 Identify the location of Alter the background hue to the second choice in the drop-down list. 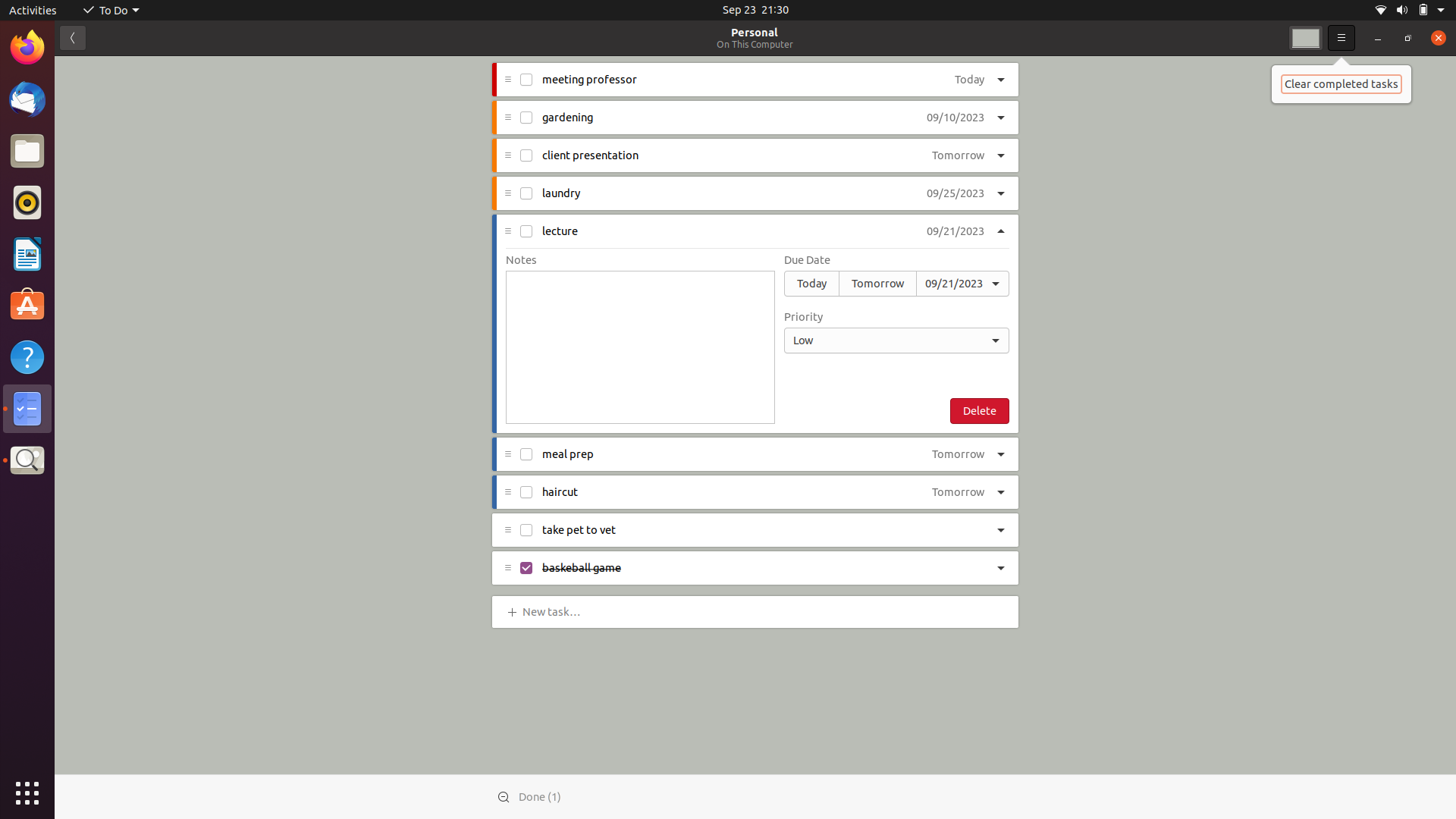
(1305, 37).